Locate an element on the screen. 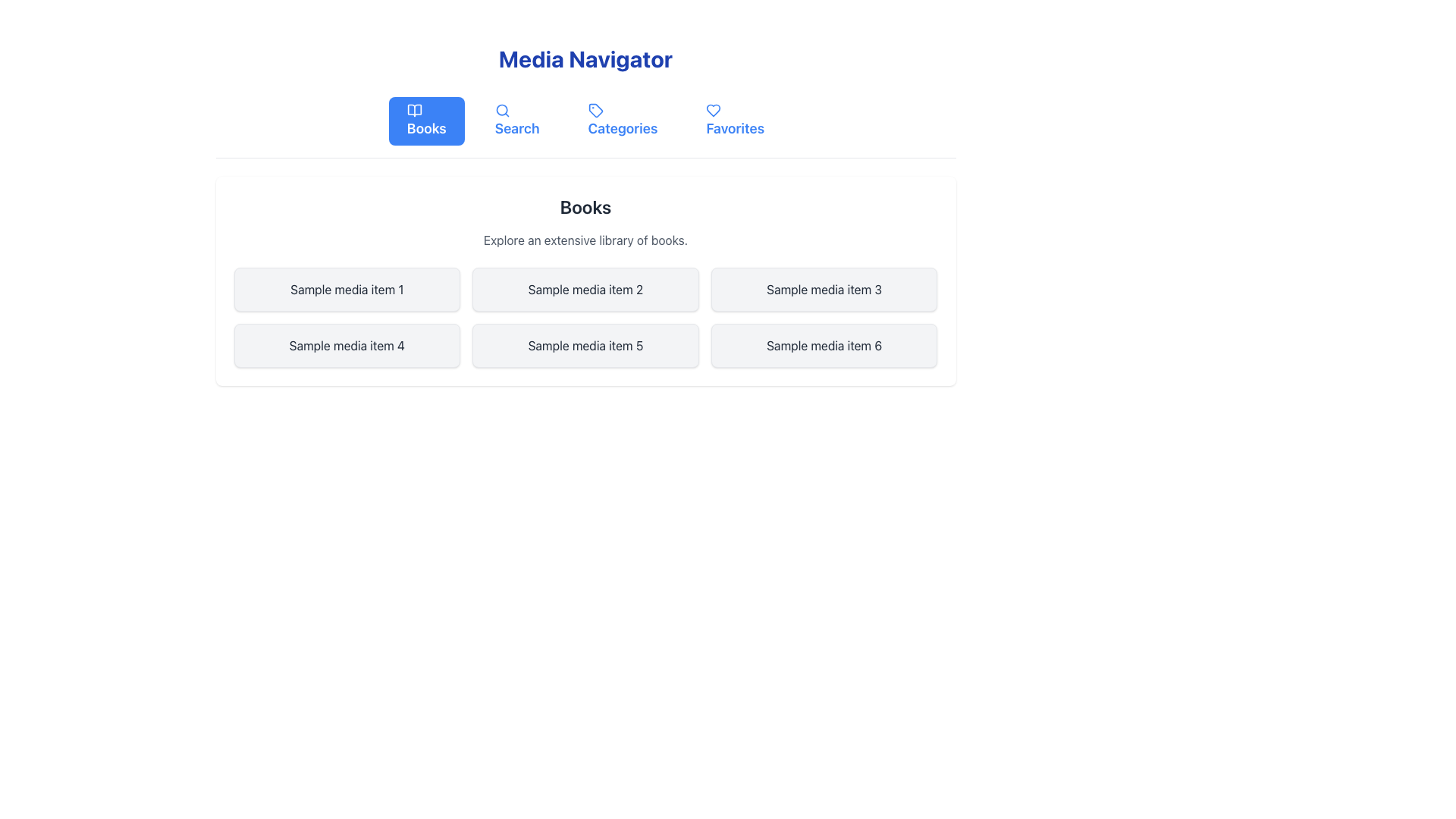  descriptive text label located in the lower right corner of the media item grid, which indicates the title of the specific media item it represents is located at coordinates (824, 345).